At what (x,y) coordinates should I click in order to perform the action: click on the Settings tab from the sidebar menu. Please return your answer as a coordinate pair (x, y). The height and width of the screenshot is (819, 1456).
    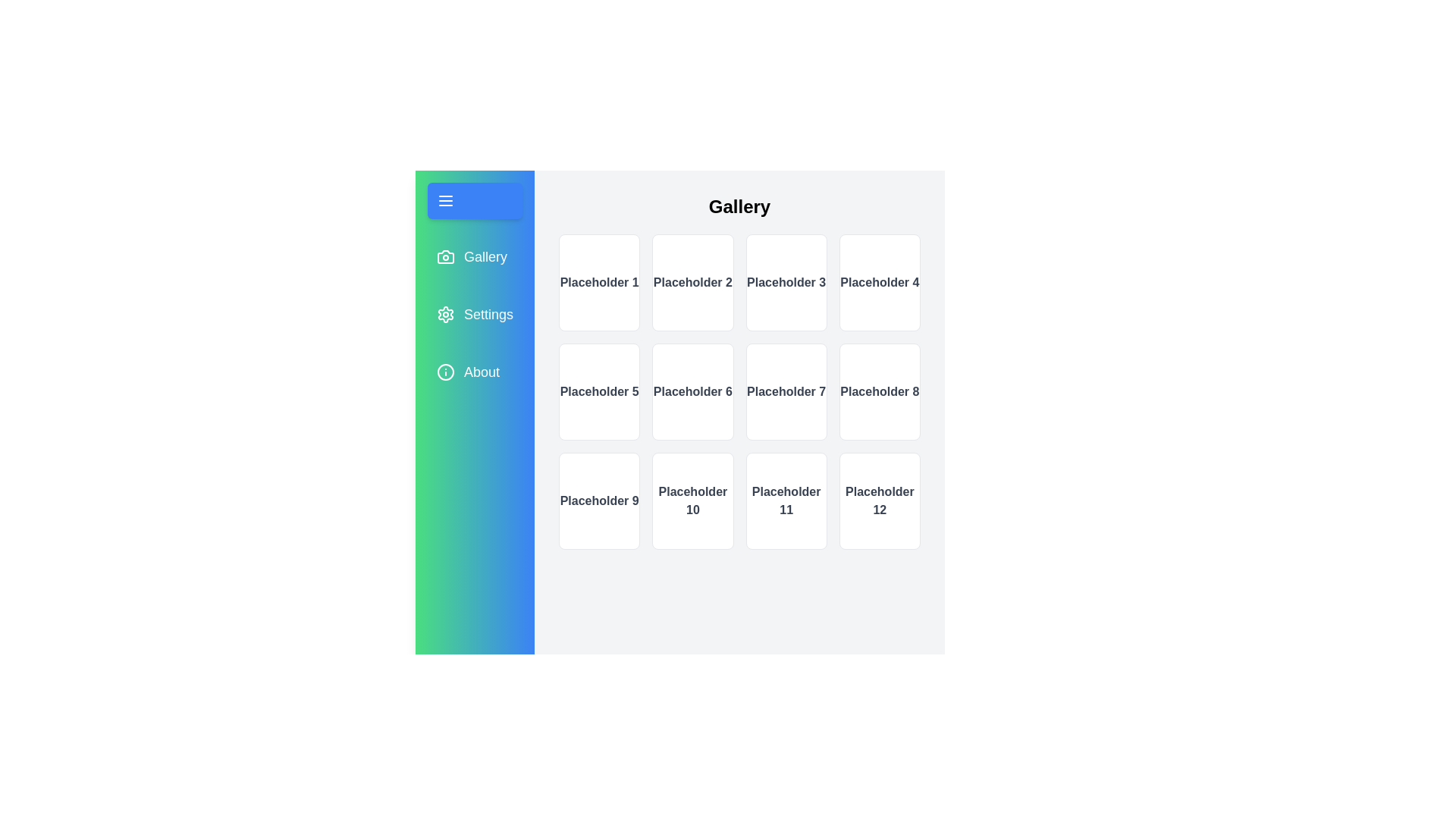
    Looking at the image, I should click on (473, 314).